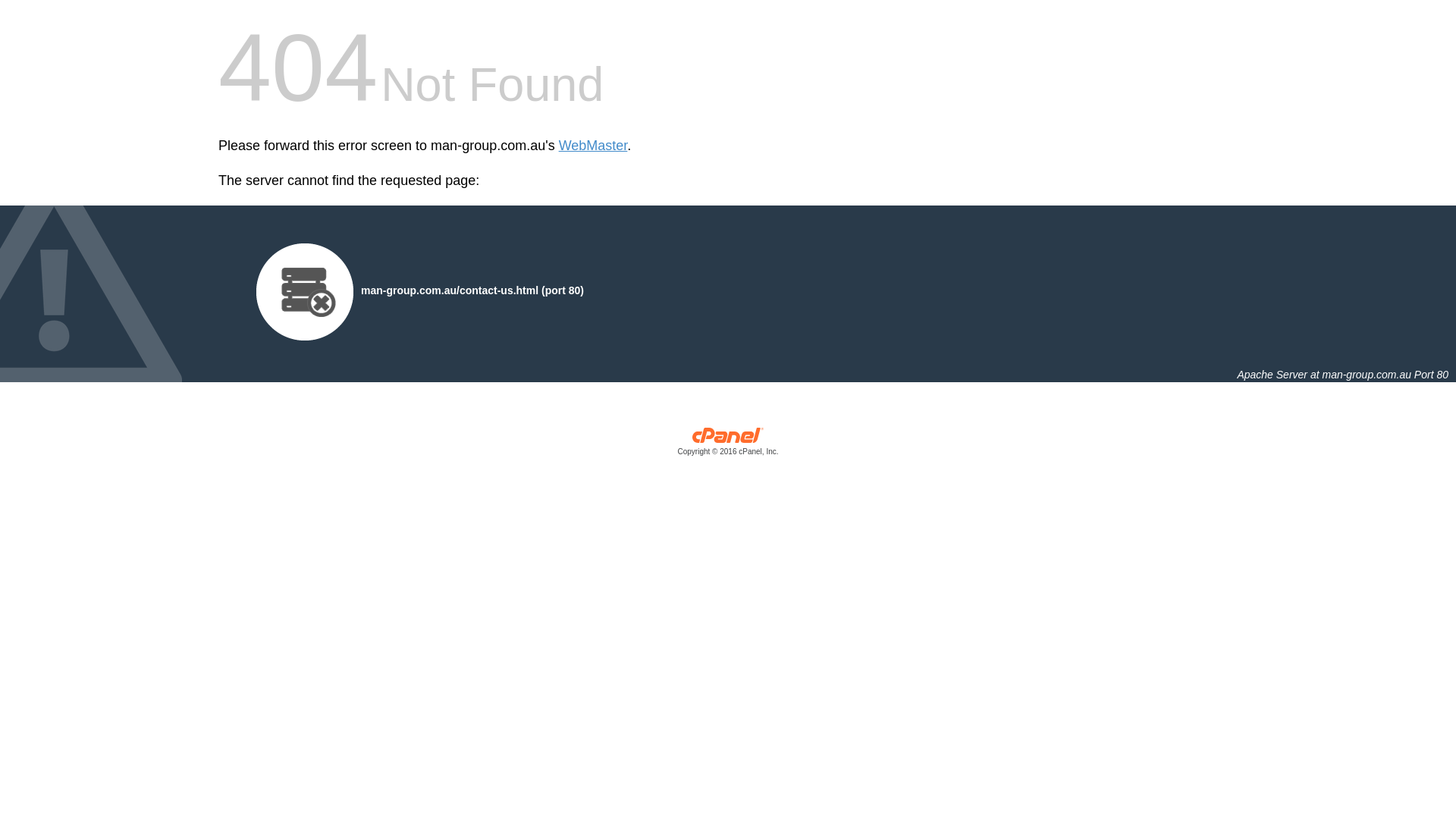 The width and height of the screenshot is (1456, 819). What do you see at coordinates (592, 146) in the screenshot?
I see `'WebMaster'` at bounding box center [592, 146].